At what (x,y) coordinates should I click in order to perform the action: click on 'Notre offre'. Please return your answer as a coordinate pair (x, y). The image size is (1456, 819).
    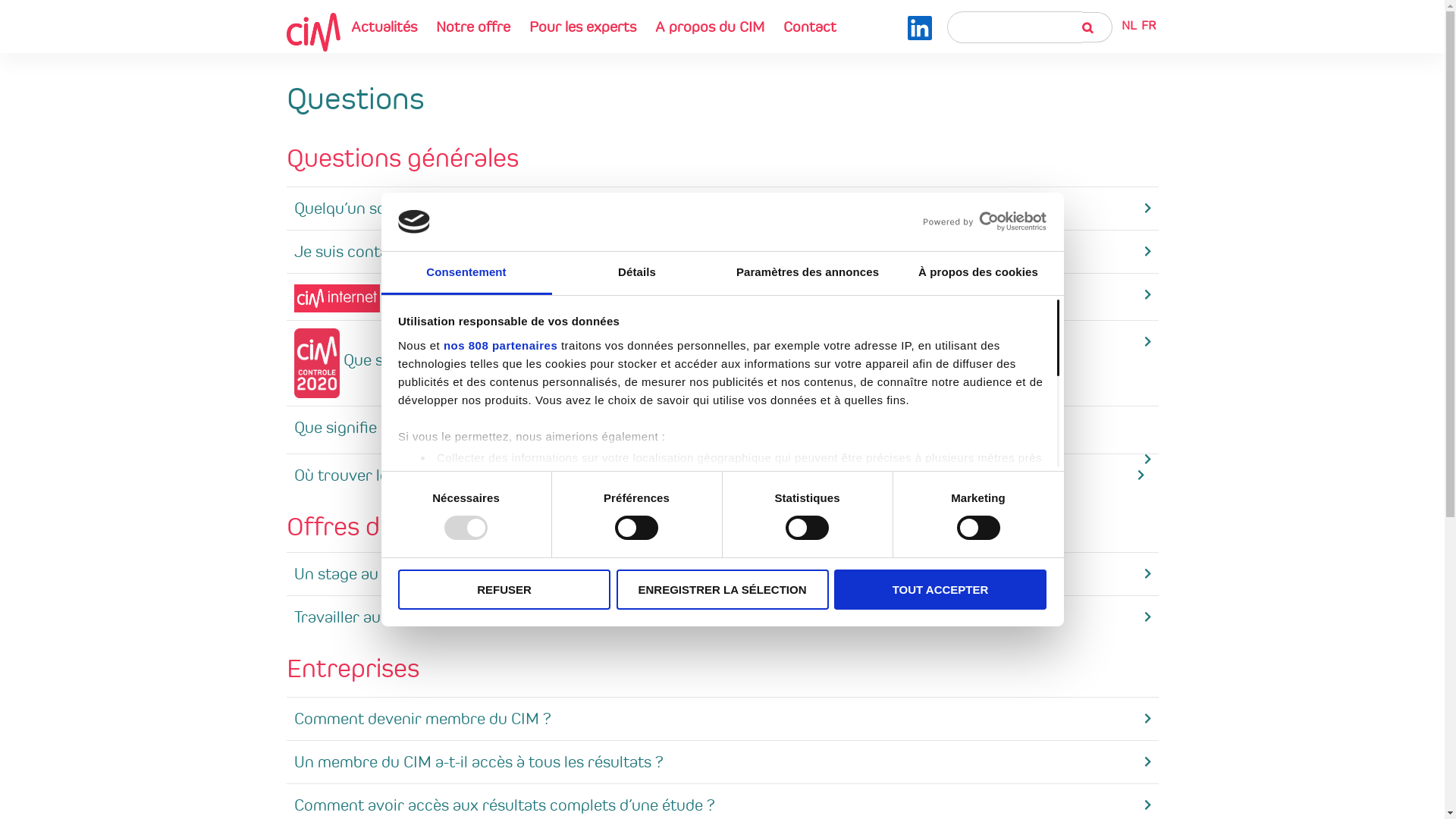
    Looking at the image, I should click on (472, 26).